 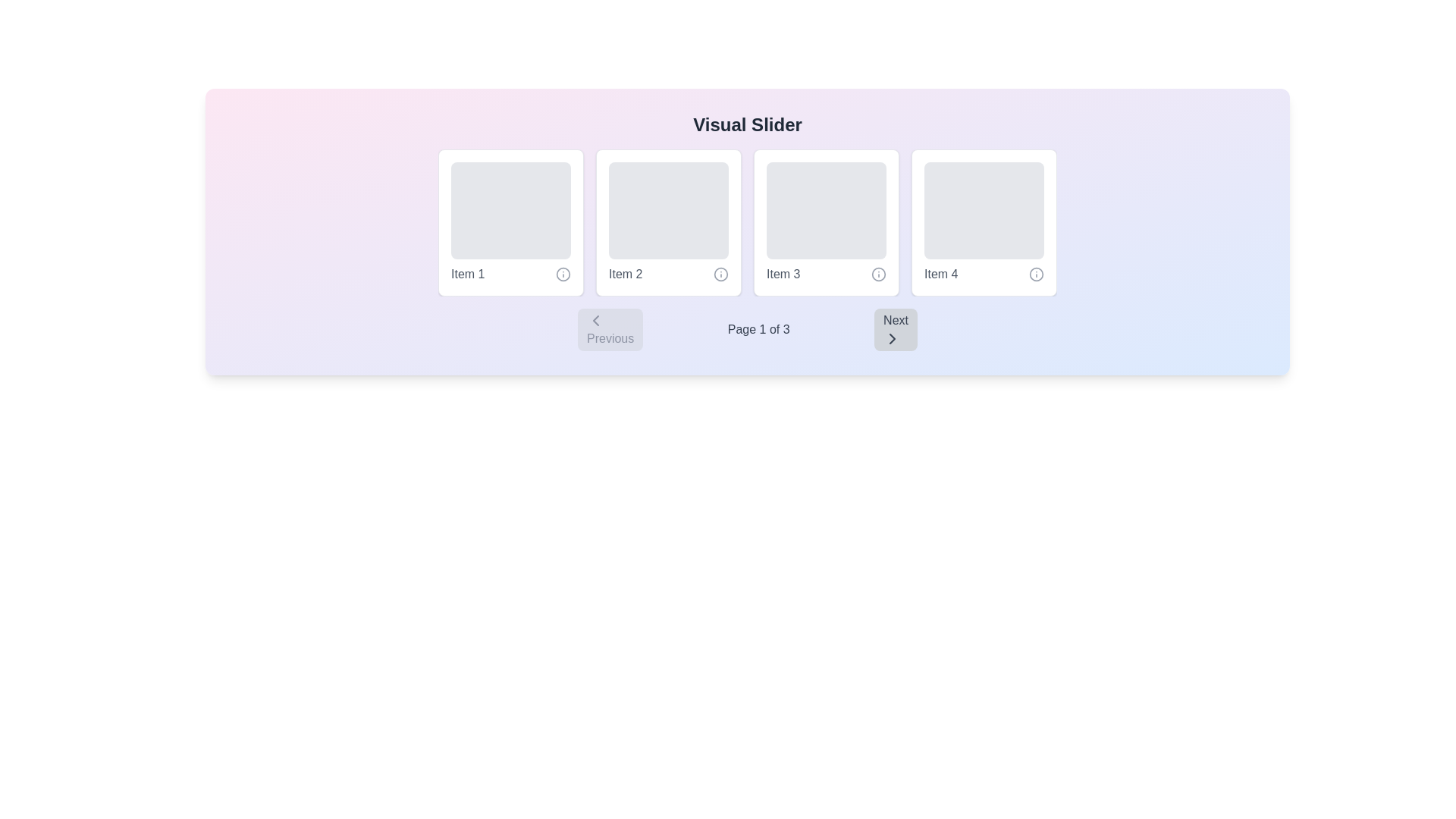 I want to click on the central circle of the 'info' icon associated with 'Item 3', which is styled with a gray stroke and located below the visual slider component, so click(x=878, y=275).